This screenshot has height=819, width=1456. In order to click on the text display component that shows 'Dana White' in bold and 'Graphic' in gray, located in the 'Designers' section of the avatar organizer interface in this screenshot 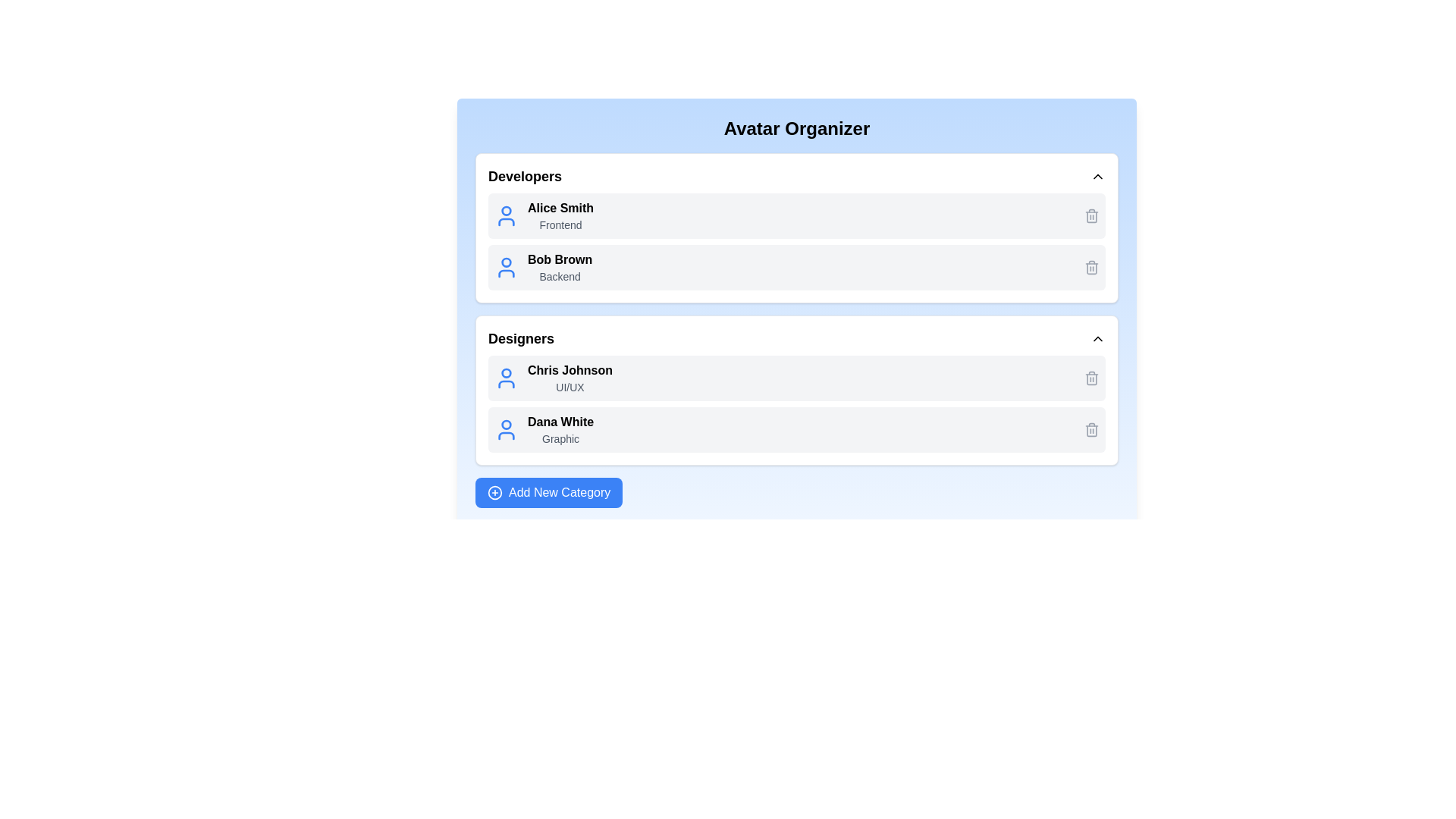, I will do `click(560, 430)`.